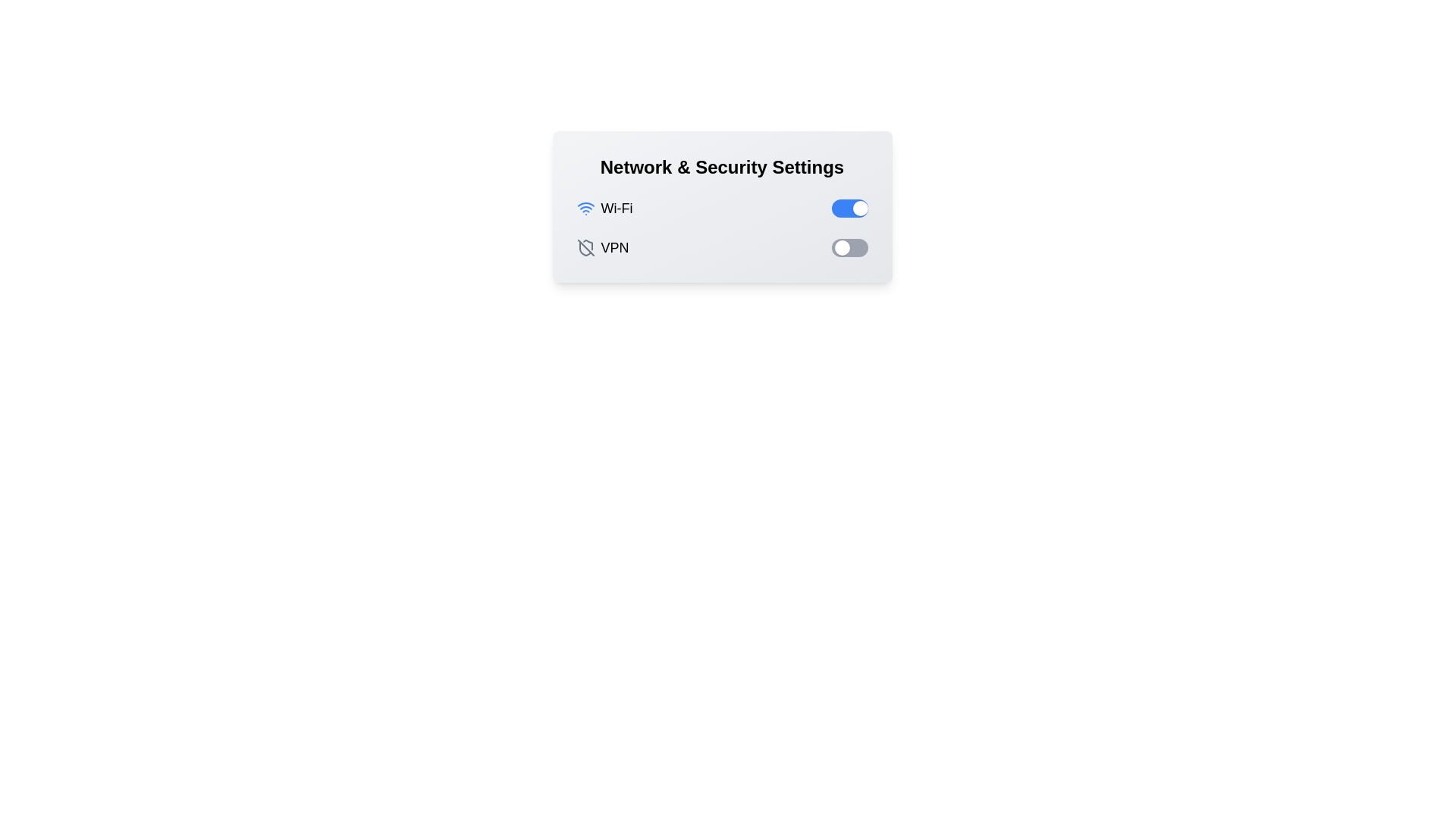 The width and height of the screenshot is (1456, 819). I want to click on the toggle switch for the VPN feature located in the 'Network & Security Settings' section to change its state, so click(721, 247).